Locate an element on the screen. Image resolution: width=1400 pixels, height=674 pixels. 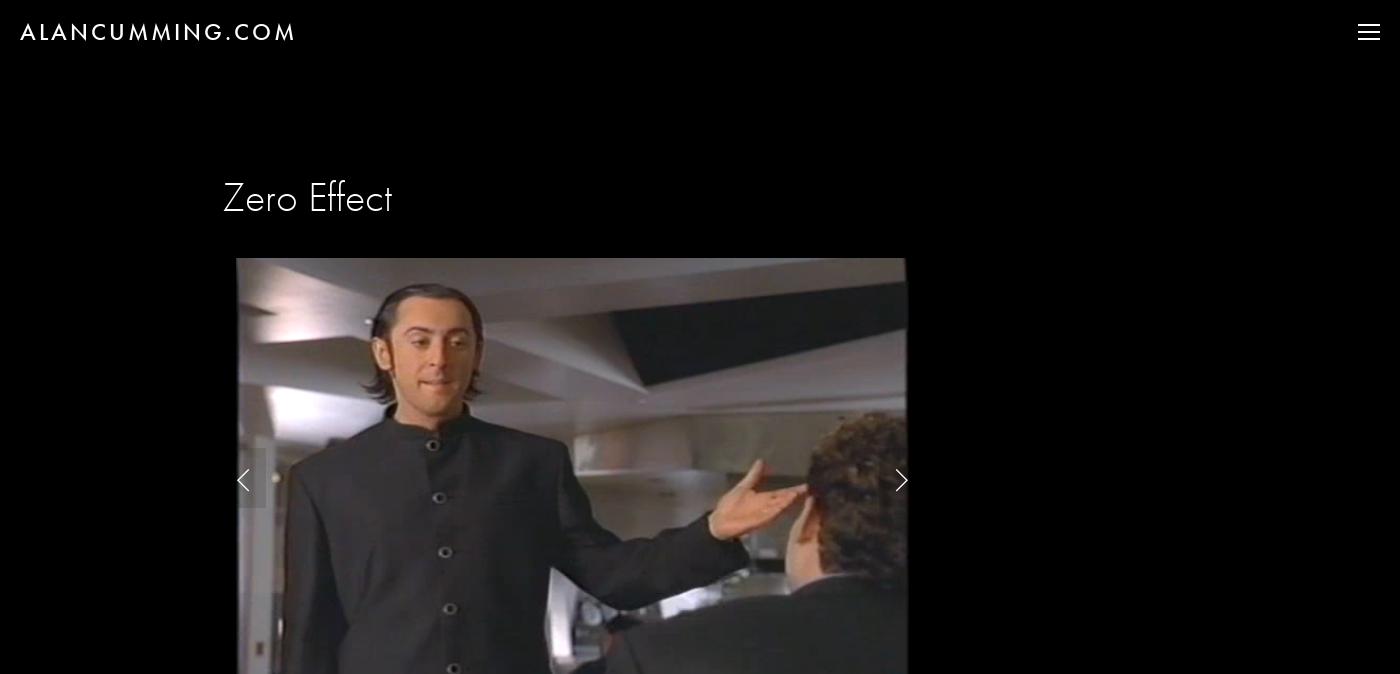
'CLUB CUMMING' is located at coordinates (1176, 299).